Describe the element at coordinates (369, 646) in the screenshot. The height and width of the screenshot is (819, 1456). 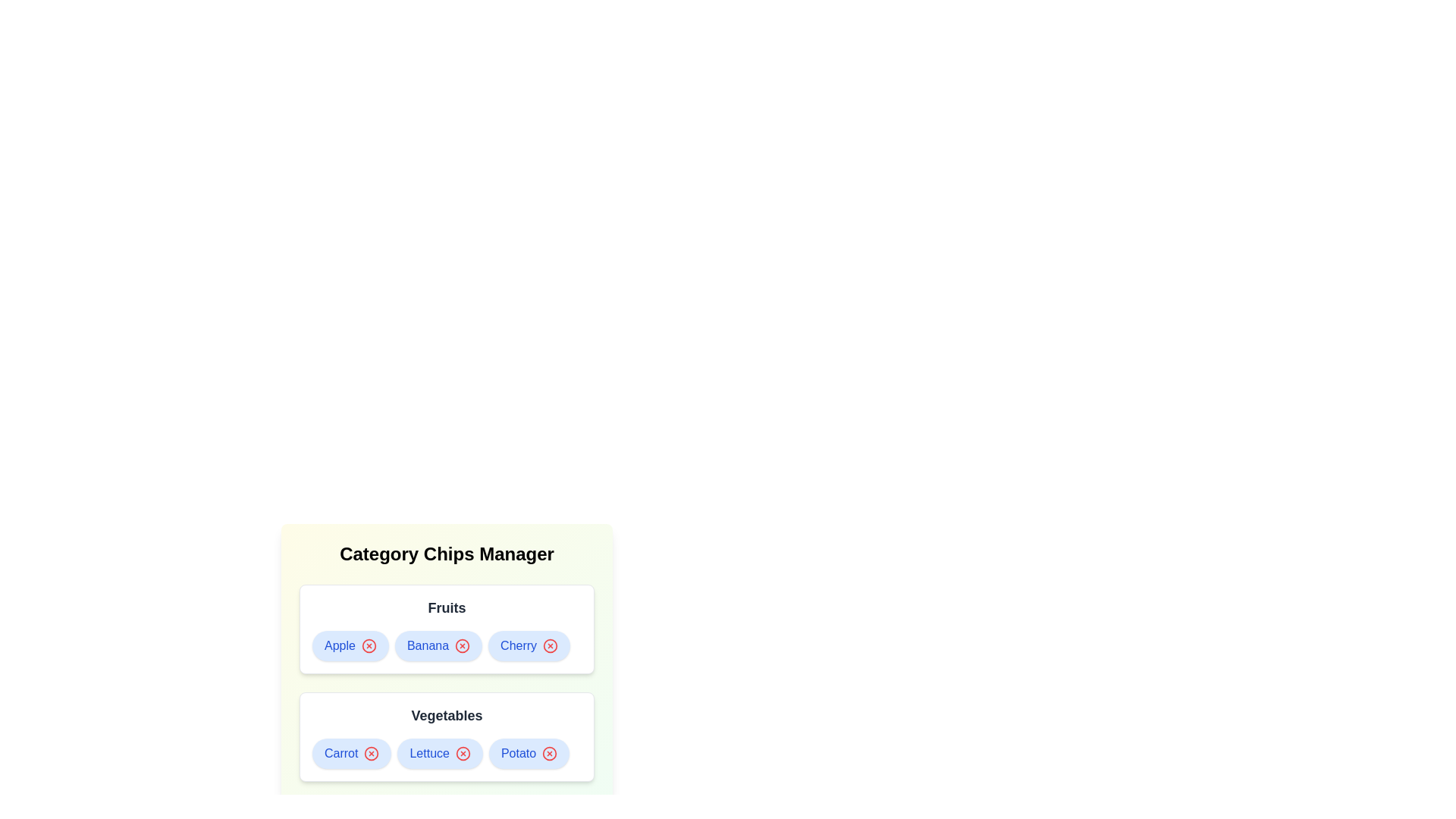
I see `remove button for the chip labeled Apple` at that location.